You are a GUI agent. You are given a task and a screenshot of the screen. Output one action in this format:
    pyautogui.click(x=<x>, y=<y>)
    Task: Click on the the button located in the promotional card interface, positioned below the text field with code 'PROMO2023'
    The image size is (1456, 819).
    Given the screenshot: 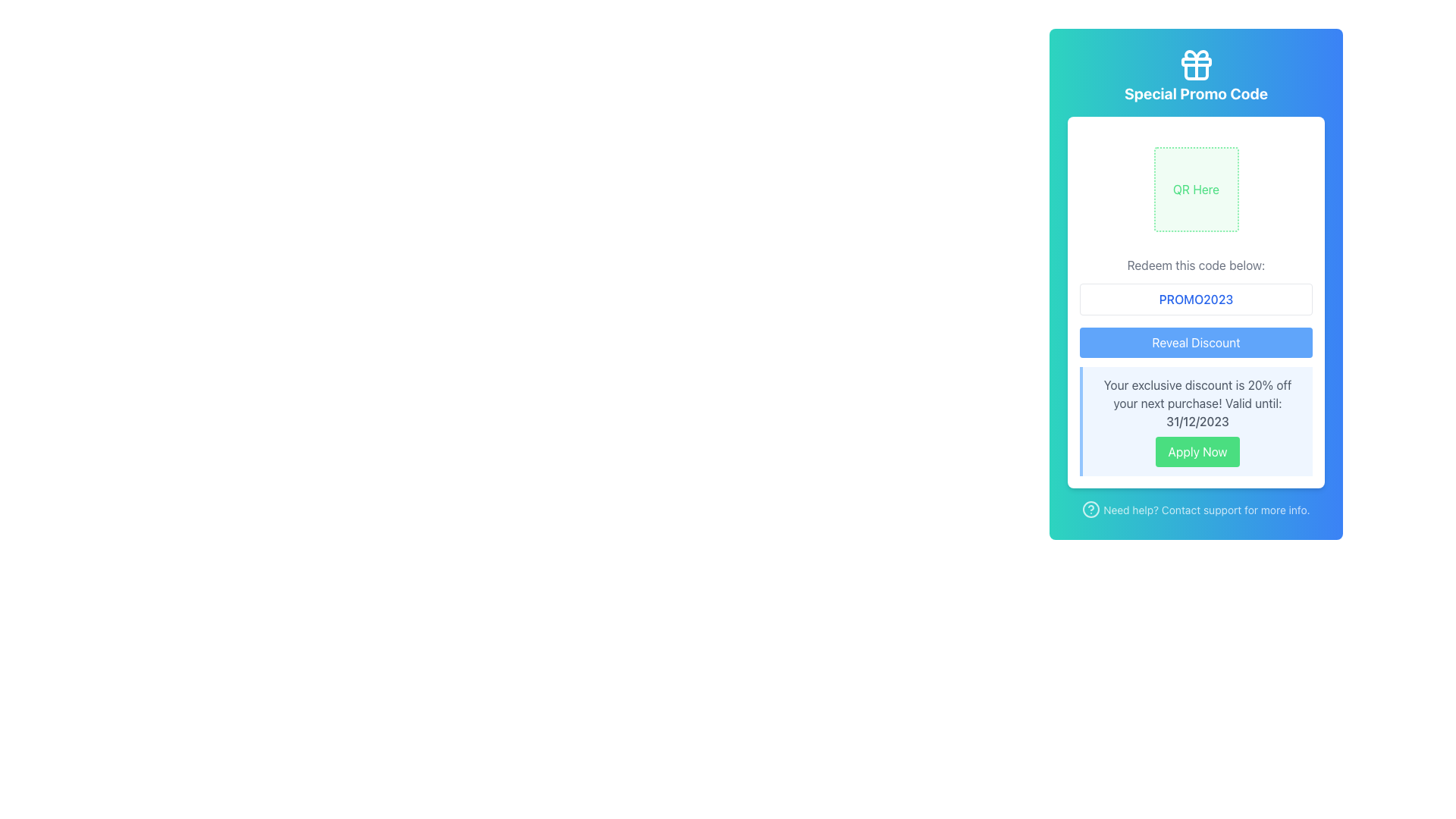 What is the action you would take?
    pyautogui.click(x=1195, y=342)
    